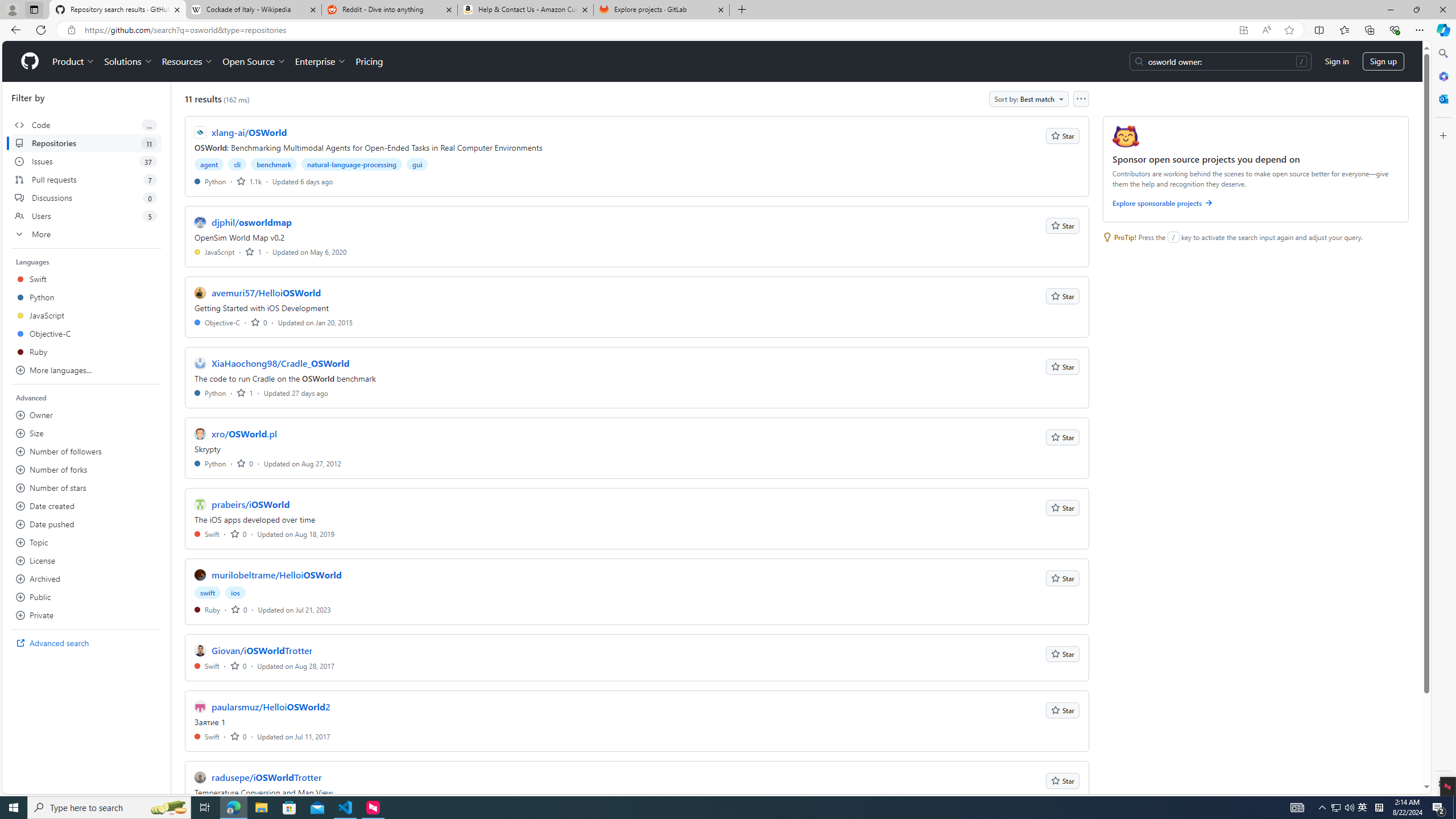 The height and width of the screenshot is (819, 1456). What do you see at coordinates (253, 9) in the screenshot?
I see `'Cockade of Italy - Wikipedia'` at bounding box center [253, 9].